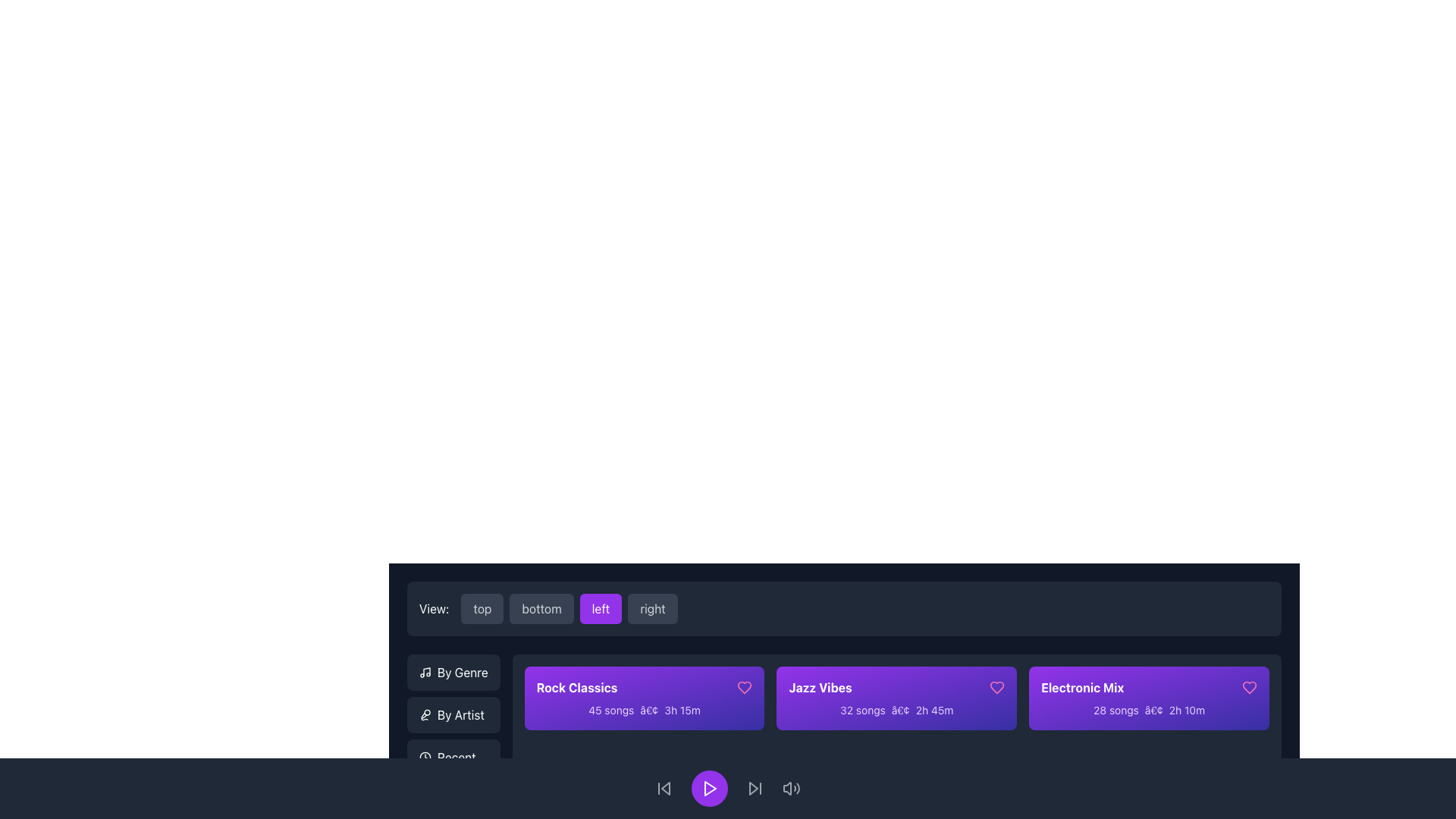 The width and height of the screenshot is (1456, 819). Describe the element at coordinates (682, 710) in the screenshot. I see `the text label displaying '3h 15m' that is styled in light purple and positioned next to a dot separator in the playlist tile 'Rock Classics'` at that location.